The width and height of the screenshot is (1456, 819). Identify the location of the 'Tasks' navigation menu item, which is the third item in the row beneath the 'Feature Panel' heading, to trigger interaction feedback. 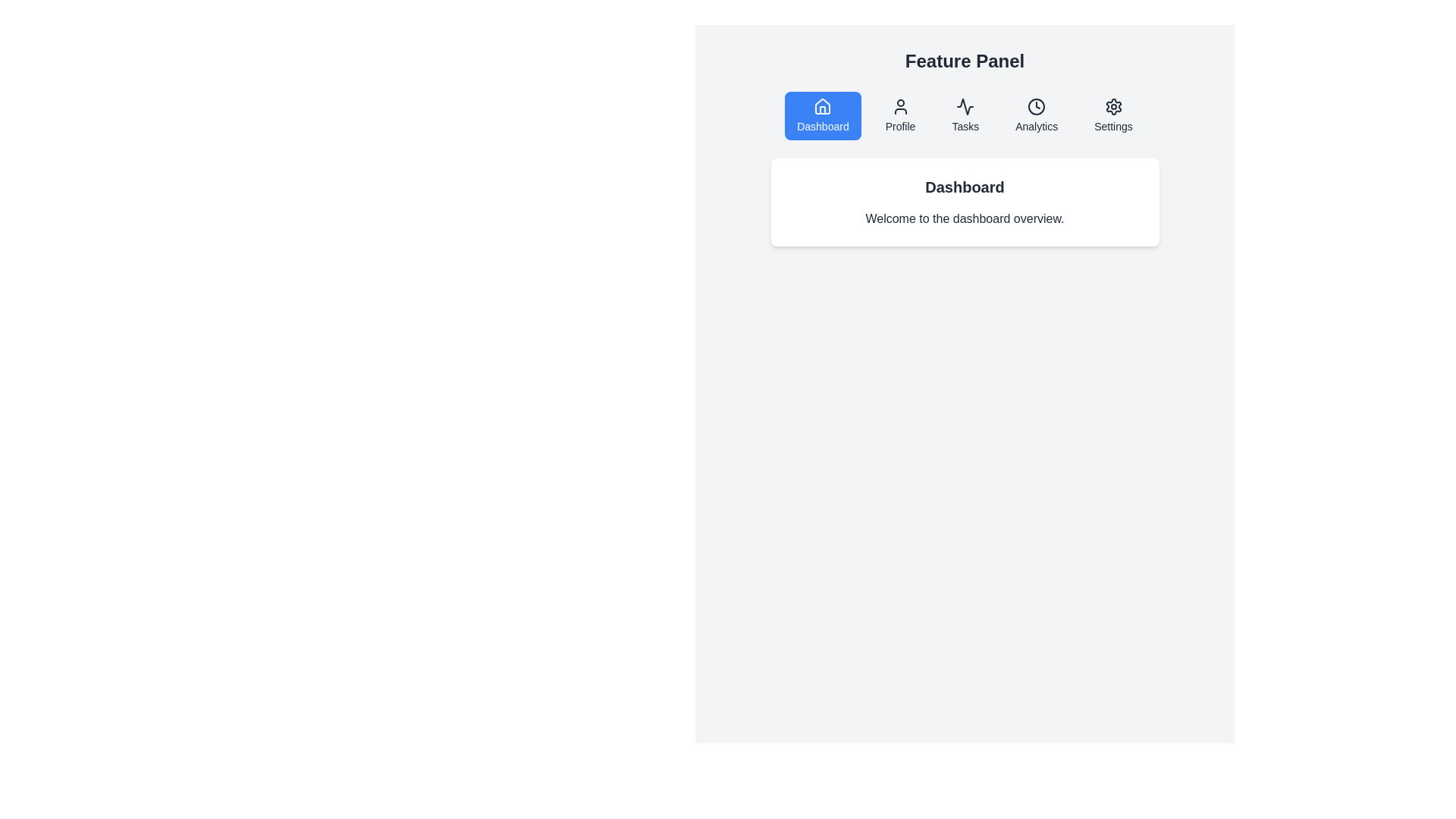
(964, 115).